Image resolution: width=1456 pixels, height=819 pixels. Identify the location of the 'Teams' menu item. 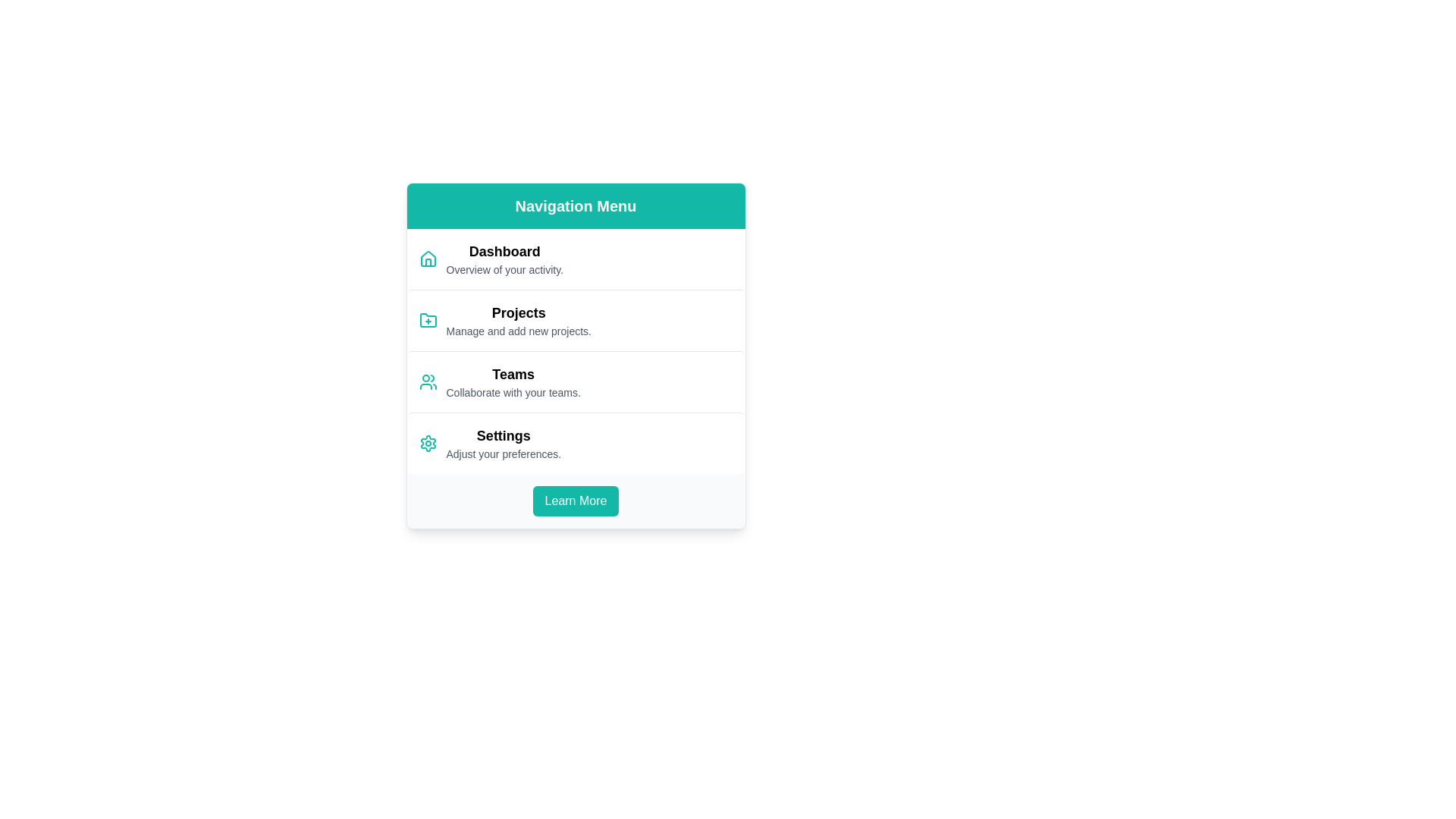
(575, 356).